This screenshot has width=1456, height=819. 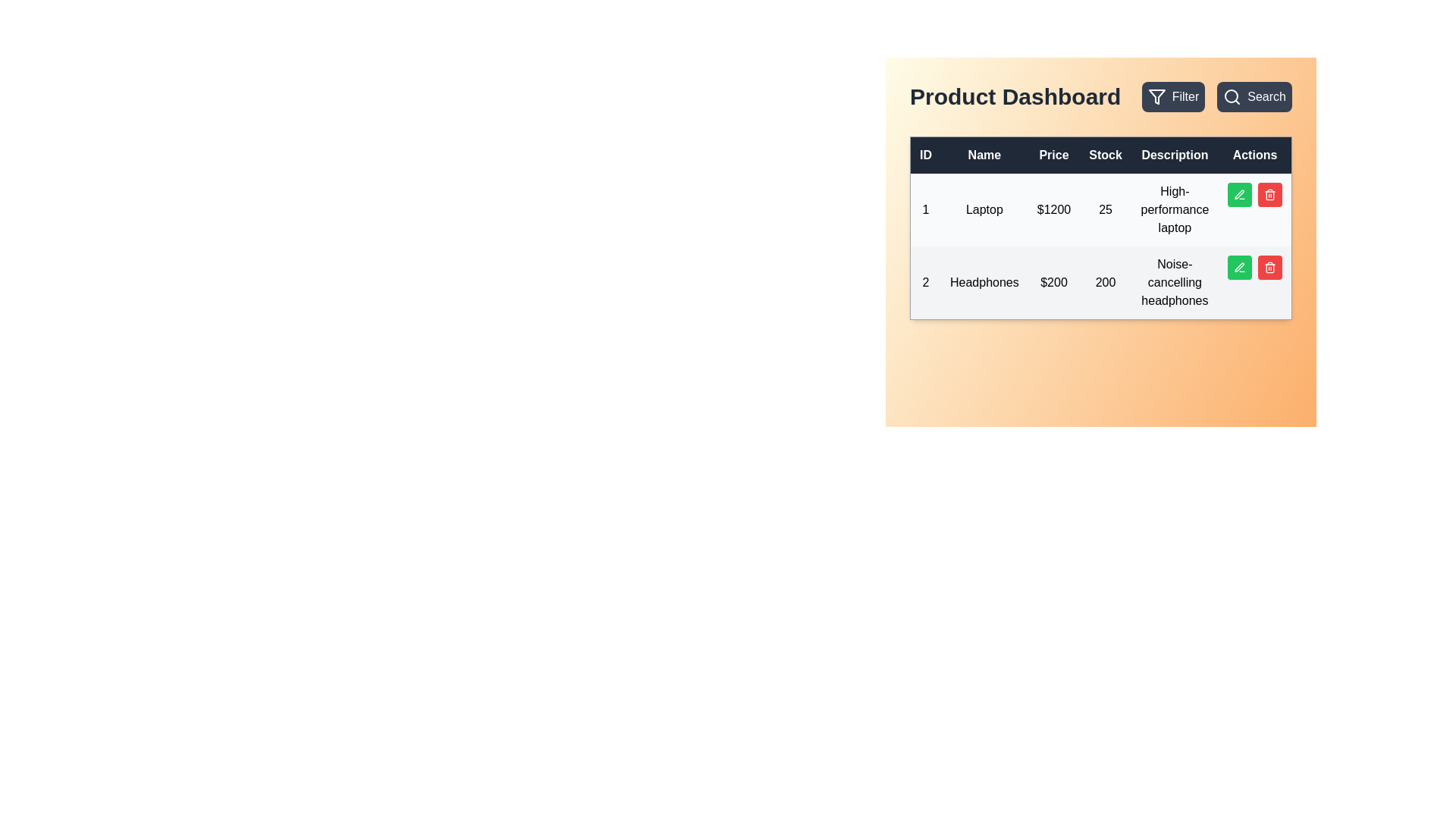 I want to click on the magnifying glass icon in the top-right corner of the interface to initiate a search, so click(x=1232, y=96).